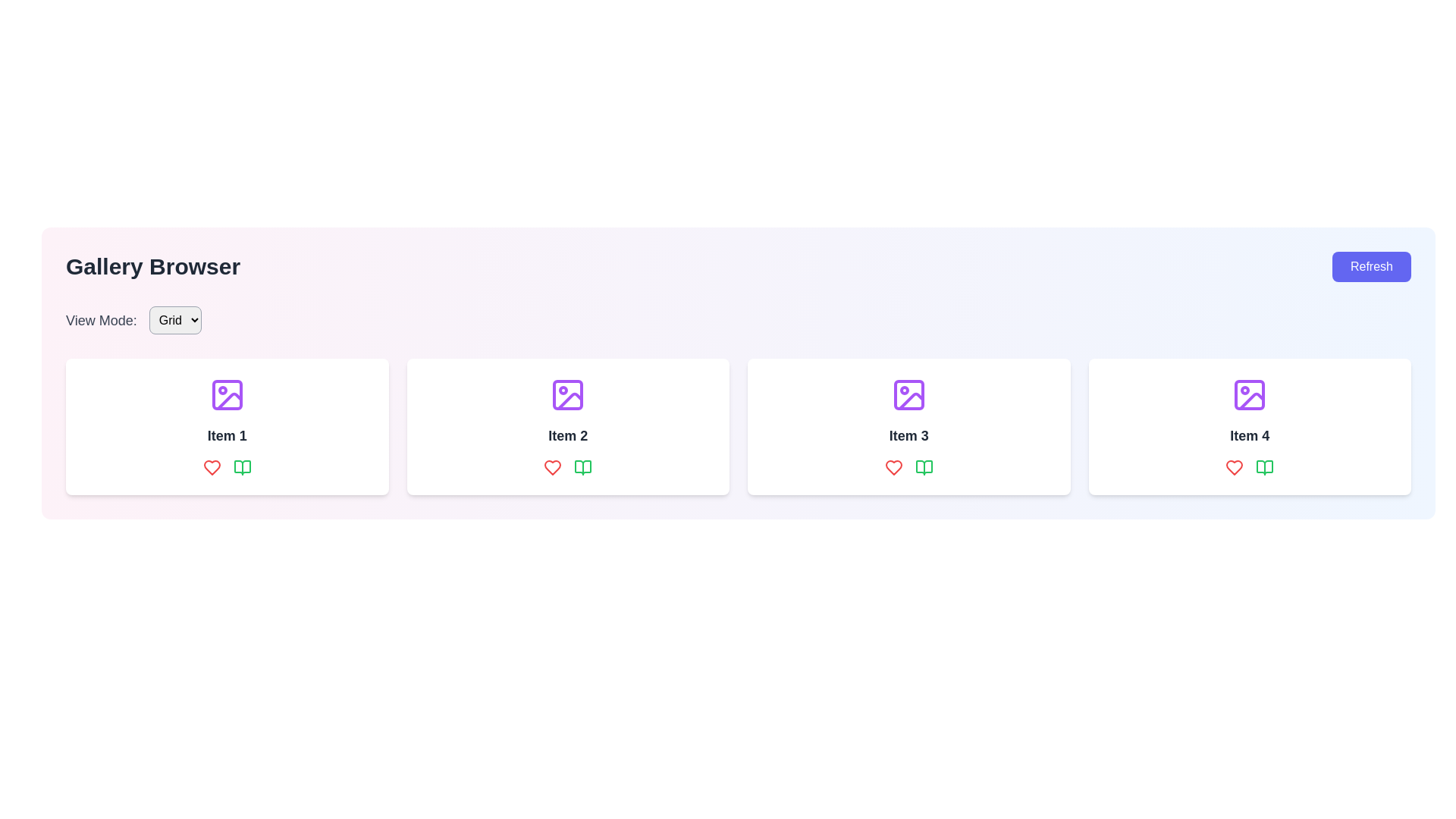 Image resolution: width=1456 pixels, height=819 pixels. Describe the element at coordinates (1250, 394) in the screenshot. I see `the Decorative icon located at the top-center of the 'Item 4' card, which visually indicates that this card relates to image or gallery content` at that location.